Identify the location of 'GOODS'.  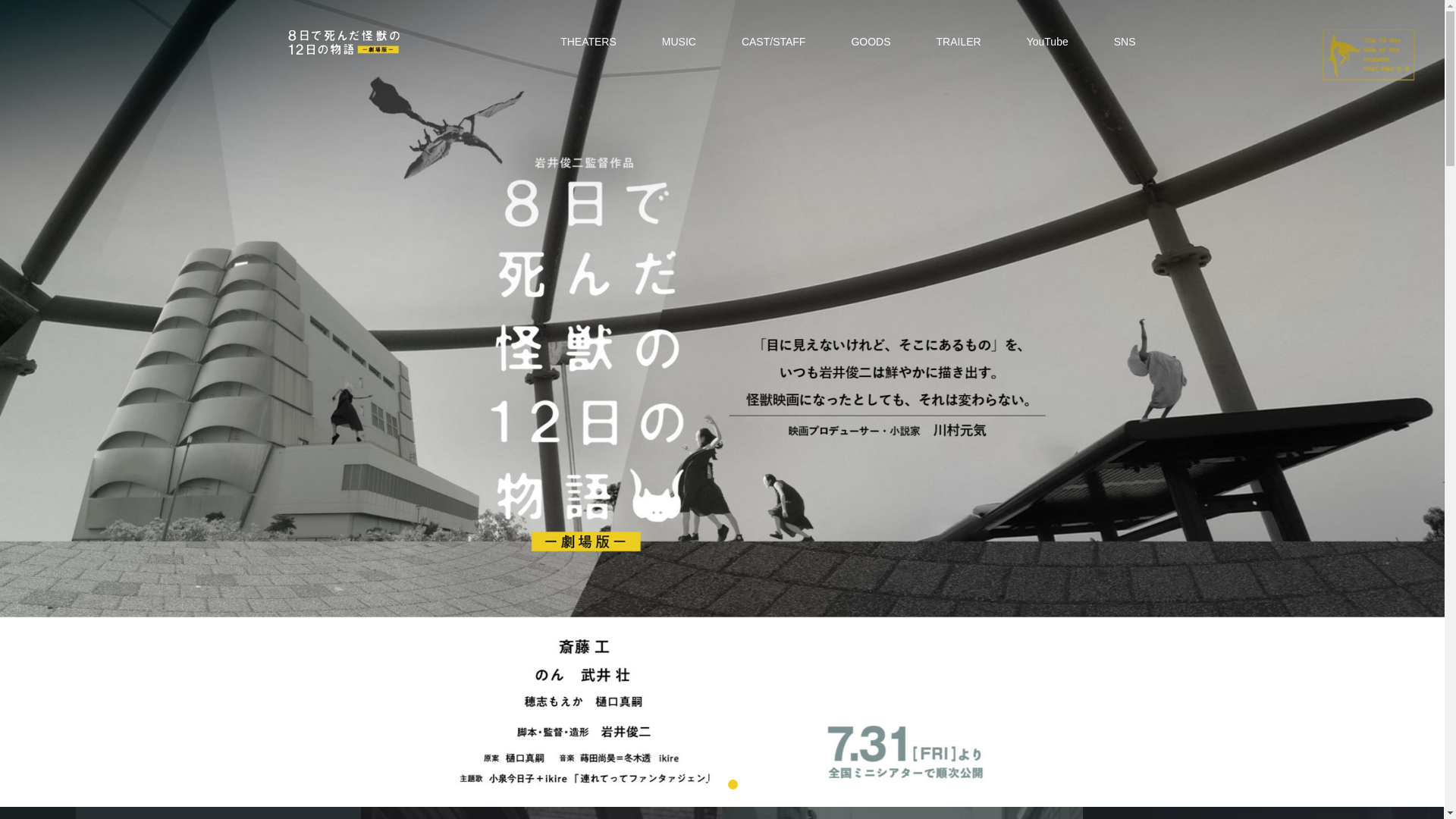
(870, 40).